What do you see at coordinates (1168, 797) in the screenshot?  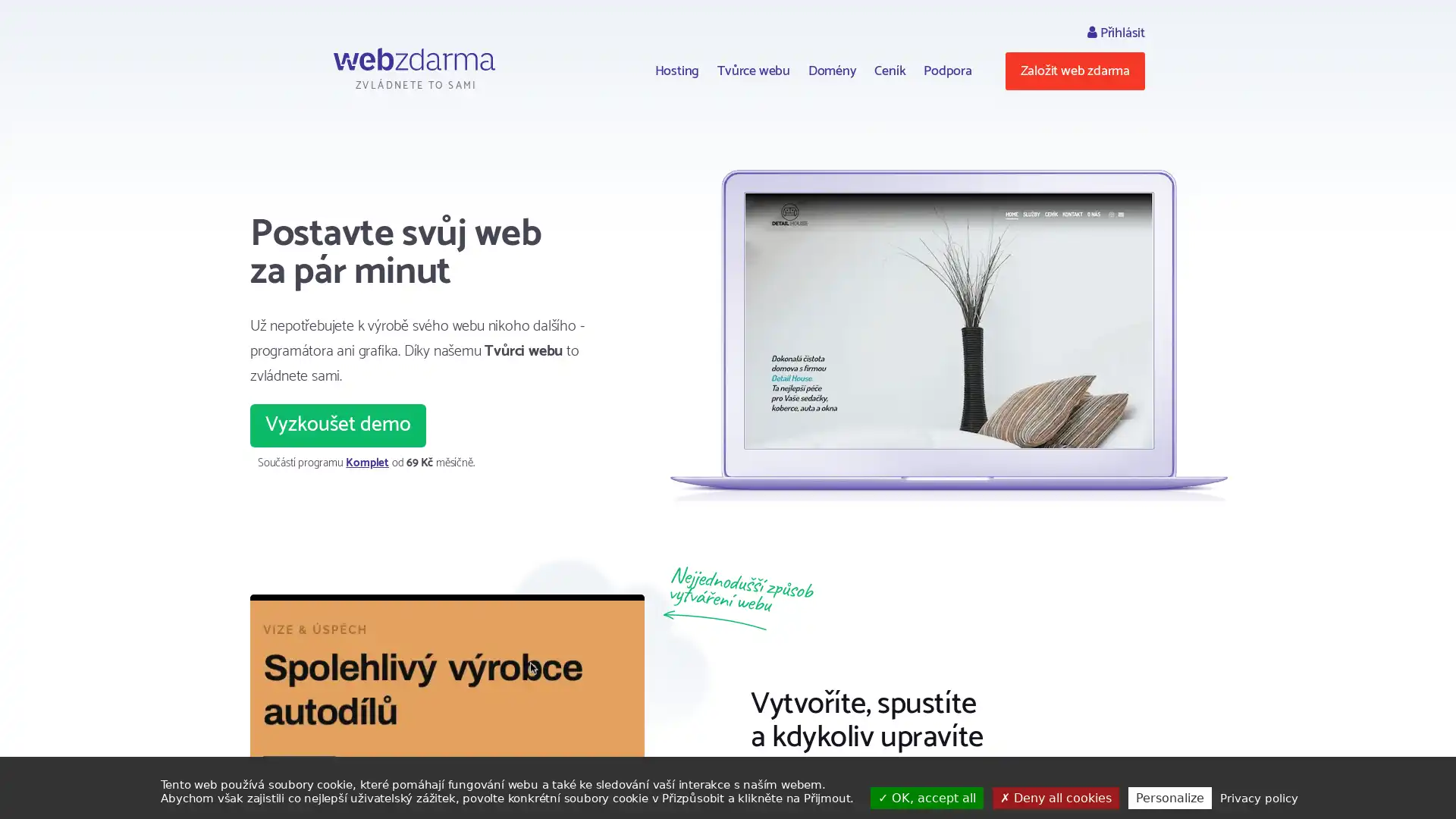 I see `Personalize (modal window)` at bounding box center [1168, 797].